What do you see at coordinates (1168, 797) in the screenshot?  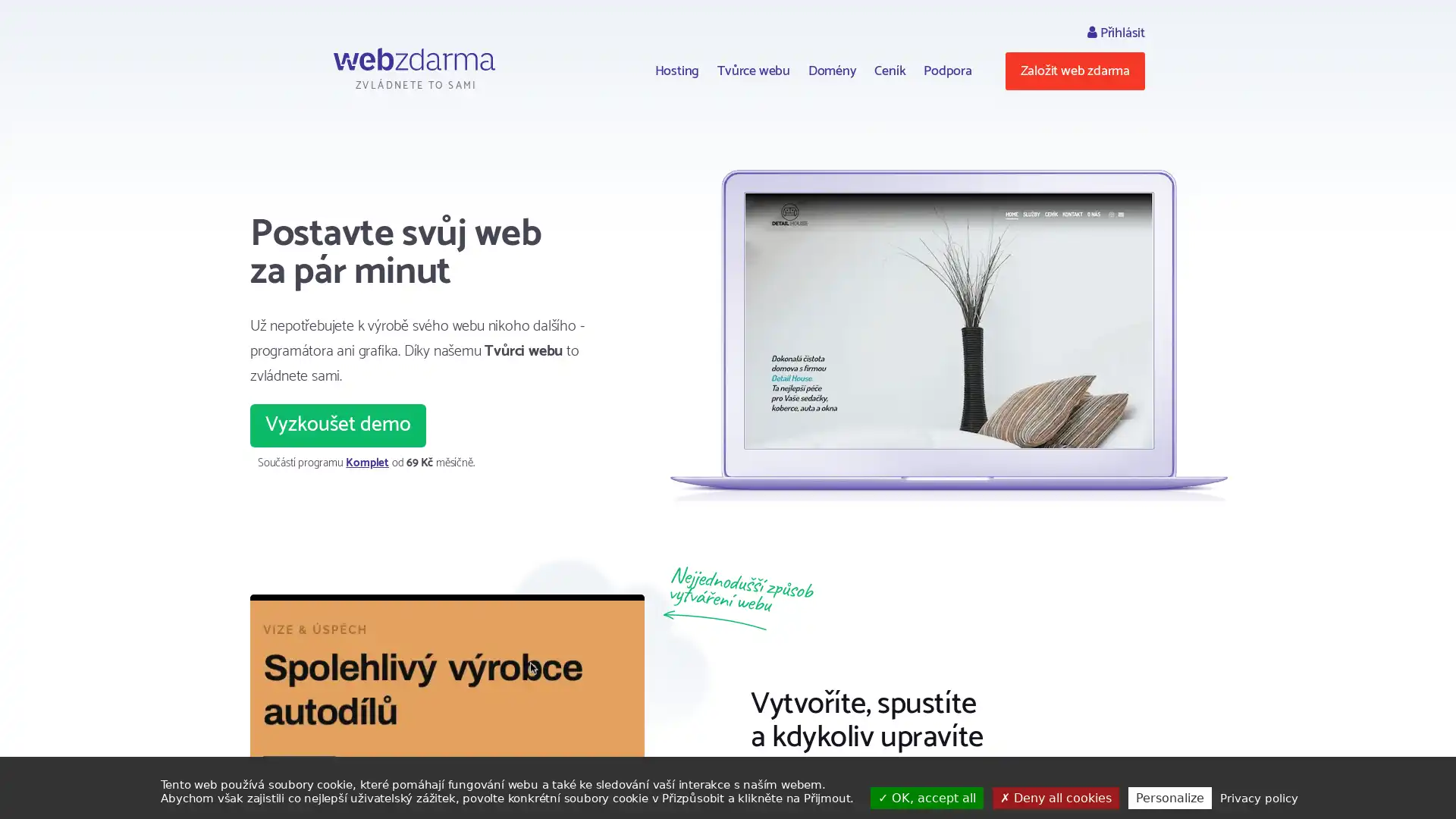 I see `Personalize (modal window)` at bounding box center [1168, 797].